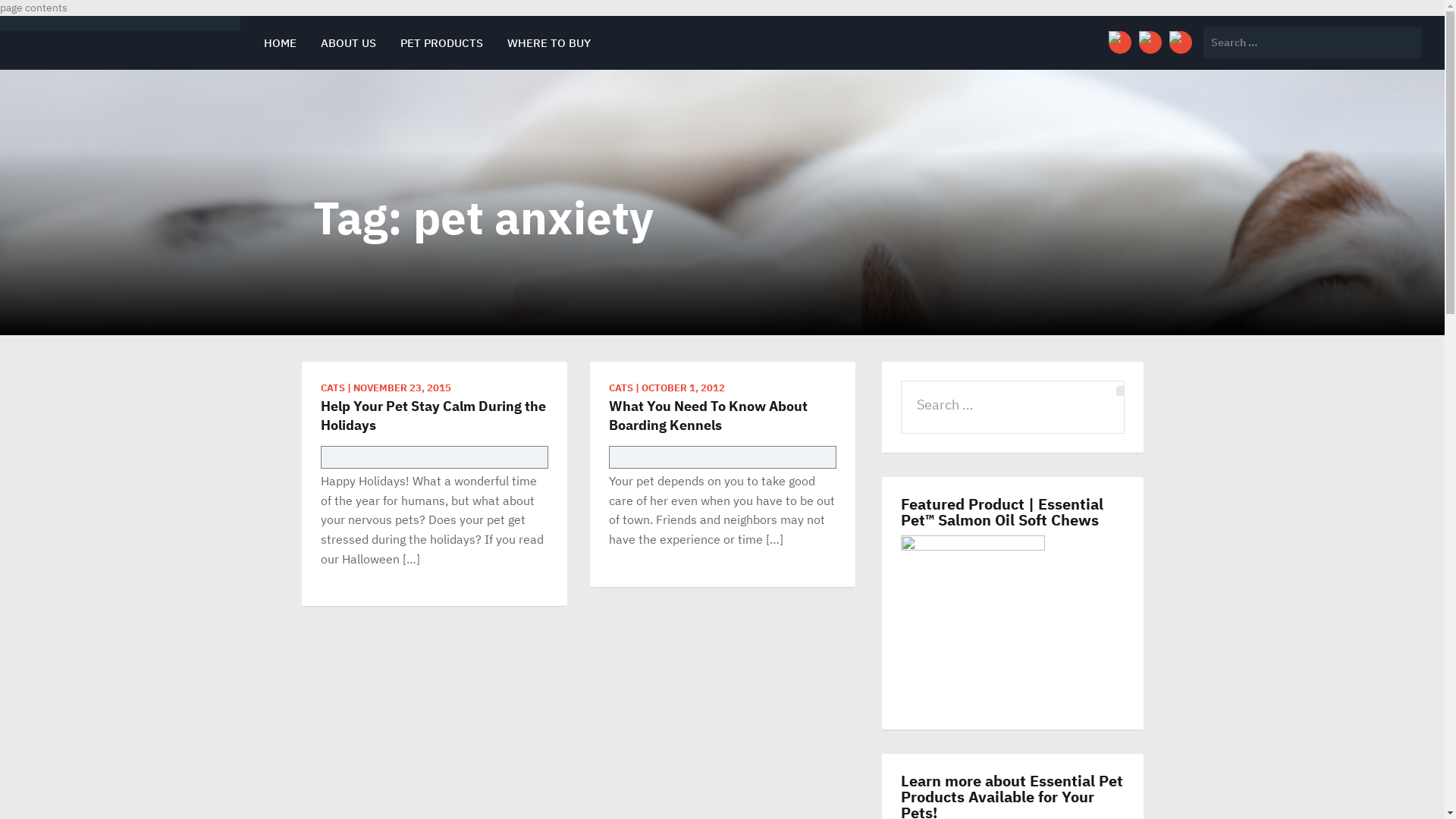 Image resolution: width=1456 pixels, height=819 pixels. Describe the element at coordinates (548, 42) in the screenshot. I see `'WHERE TO BUY'` at that location.